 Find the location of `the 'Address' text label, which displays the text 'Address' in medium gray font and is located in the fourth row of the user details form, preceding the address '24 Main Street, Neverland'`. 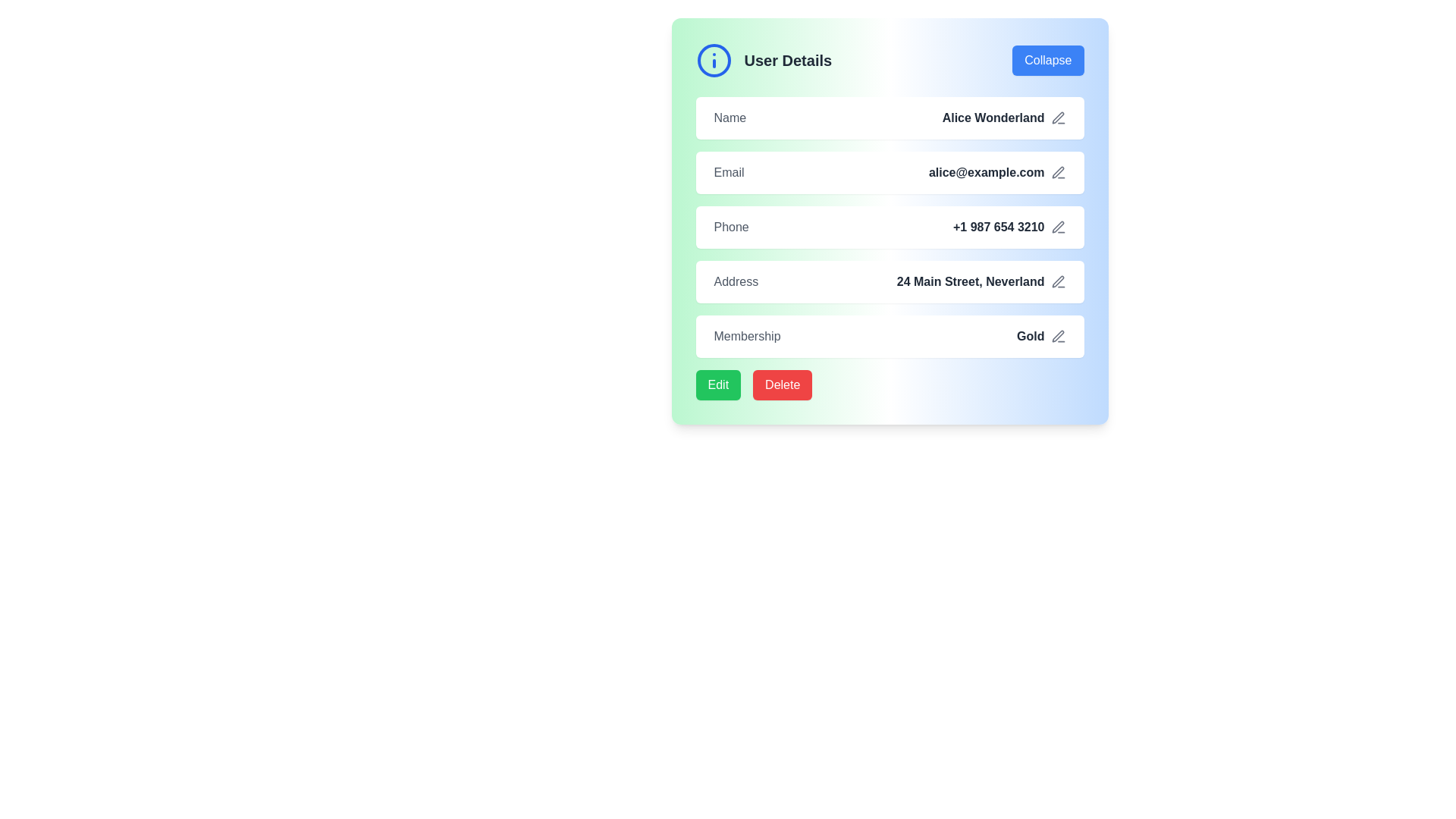

the 'Address' text label, which displays the text 'Address' in medium gray font and is located in the fourth row of the user details form, preceding the address '24 Main Street, Neverland' is located at coordinates (736, 281).